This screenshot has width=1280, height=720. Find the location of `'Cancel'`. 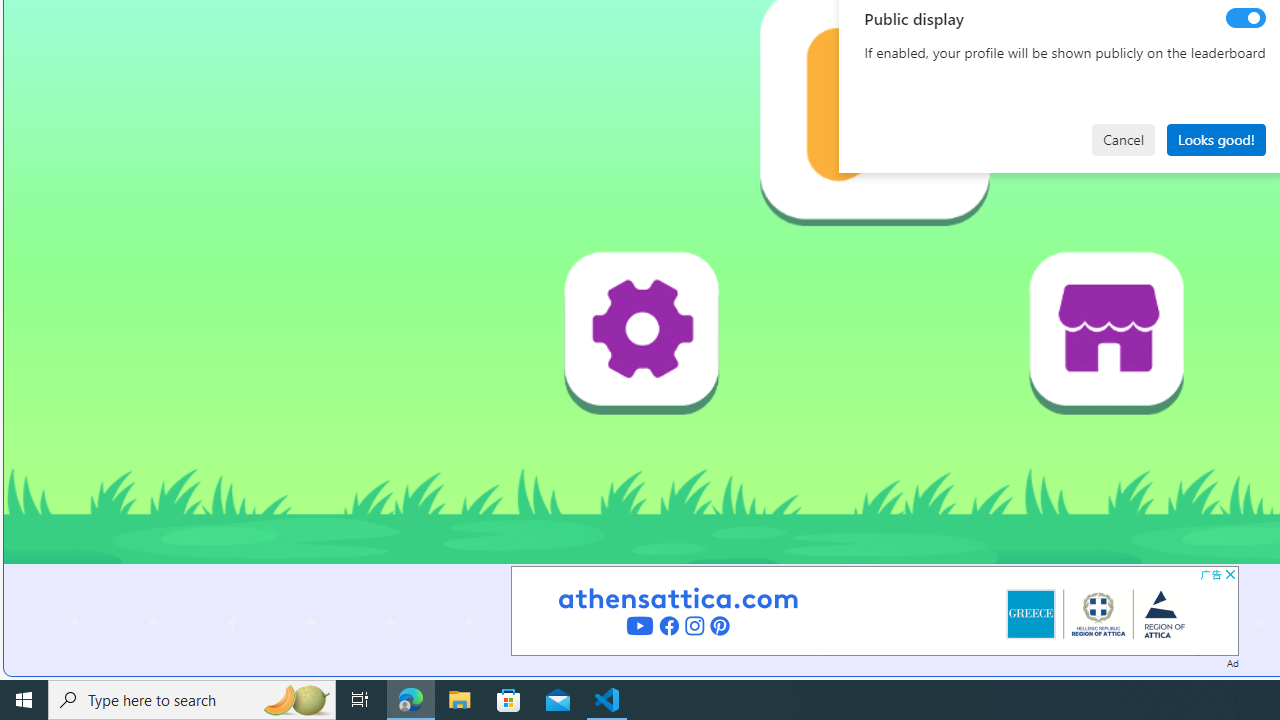

'Cancel' is located at coordinates (1123, 138).